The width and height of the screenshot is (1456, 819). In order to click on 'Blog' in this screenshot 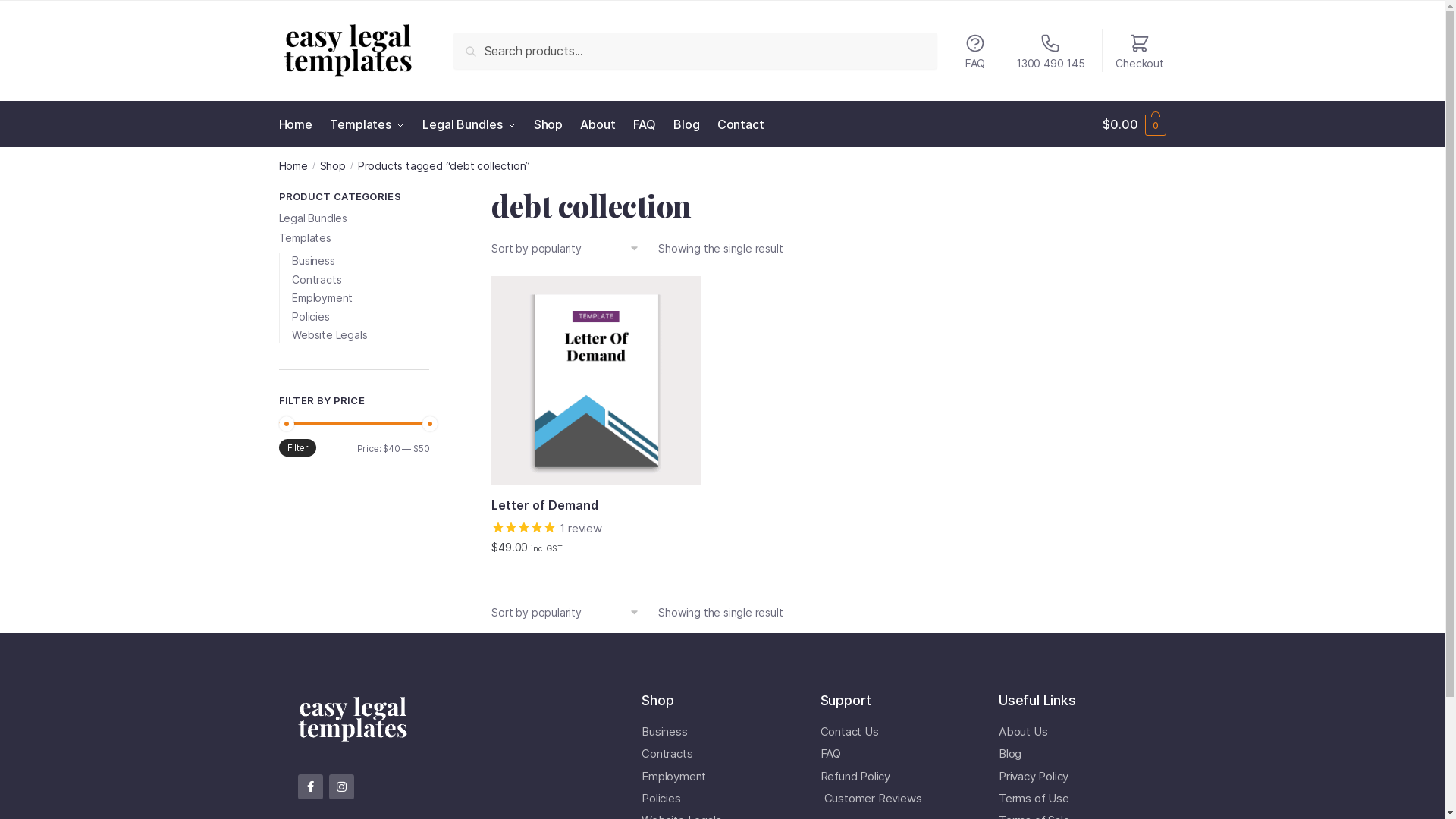, I will do `click(1072, 754)`.